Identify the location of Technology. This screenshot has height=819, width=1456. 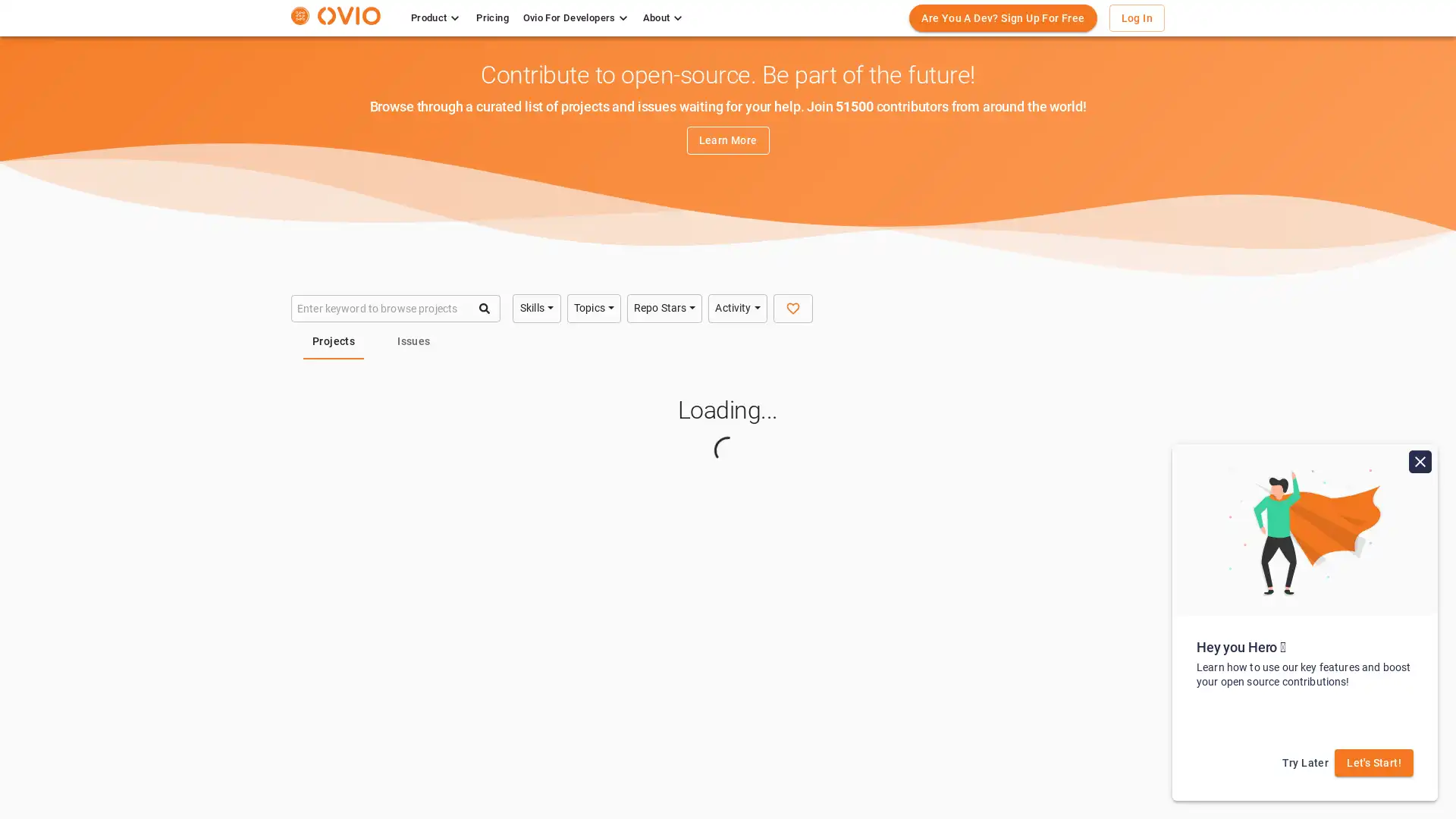
(480, 646).